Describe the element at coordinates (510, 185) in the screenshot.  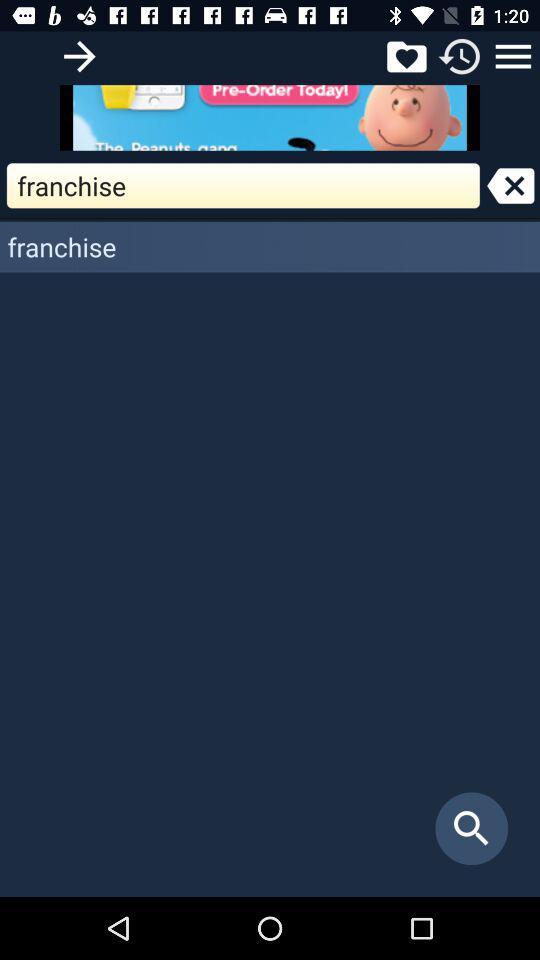
I see `clear search bar` at that location.